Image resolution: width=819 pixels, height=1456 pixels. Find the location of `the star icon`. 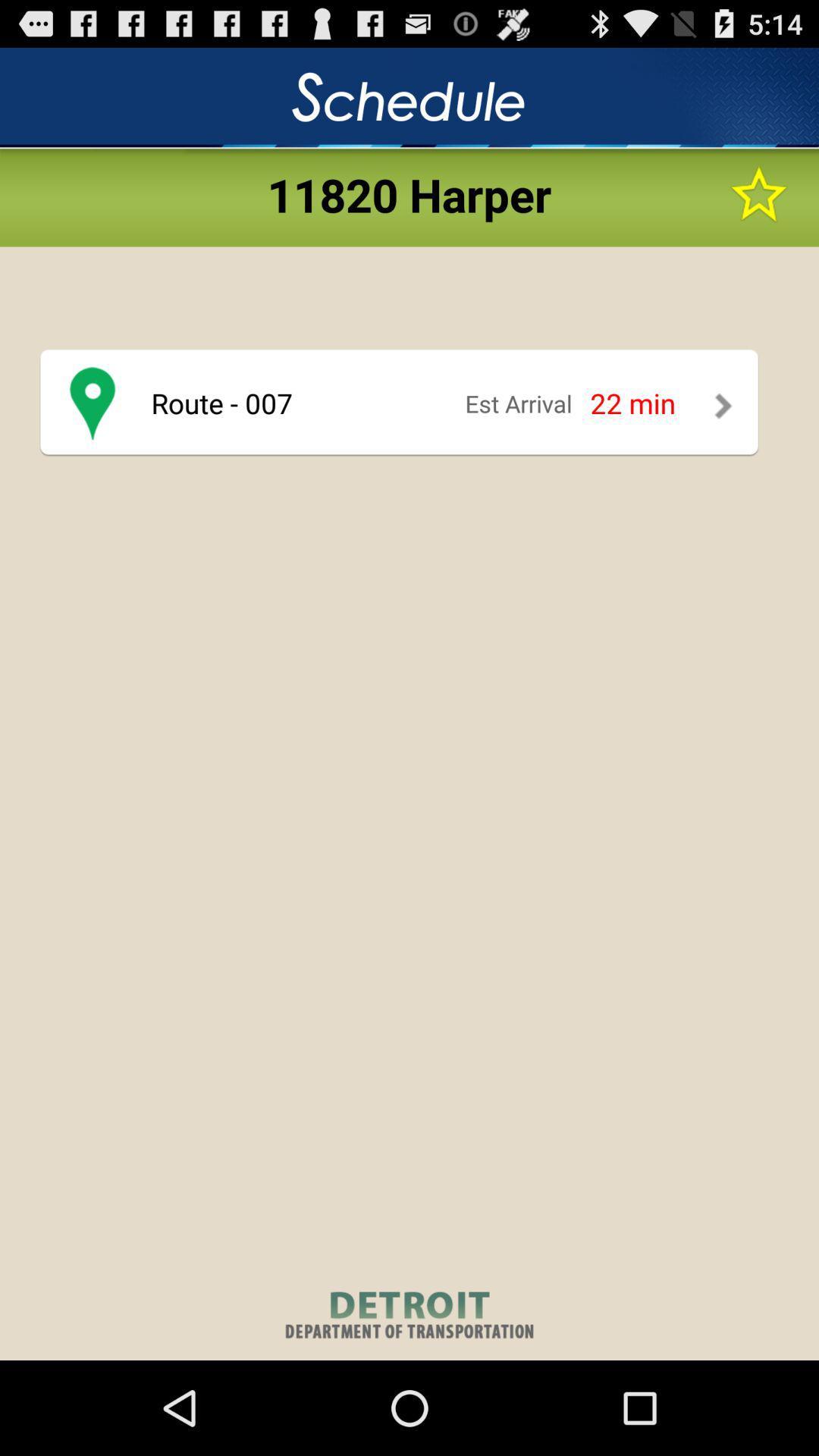

the star icon is located at coordinates (760, 210).